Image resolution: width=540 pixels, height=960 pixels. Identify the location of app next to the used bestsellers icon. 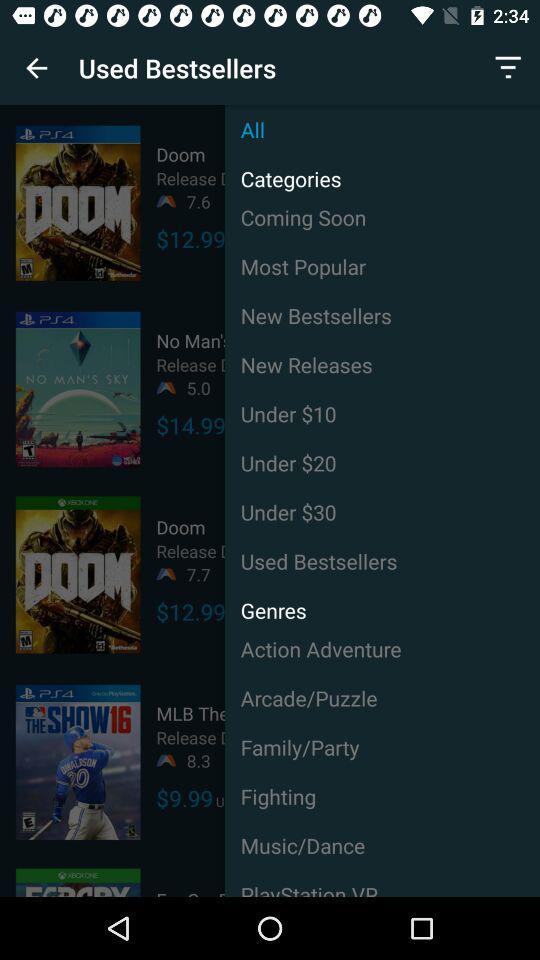
(508, 68).